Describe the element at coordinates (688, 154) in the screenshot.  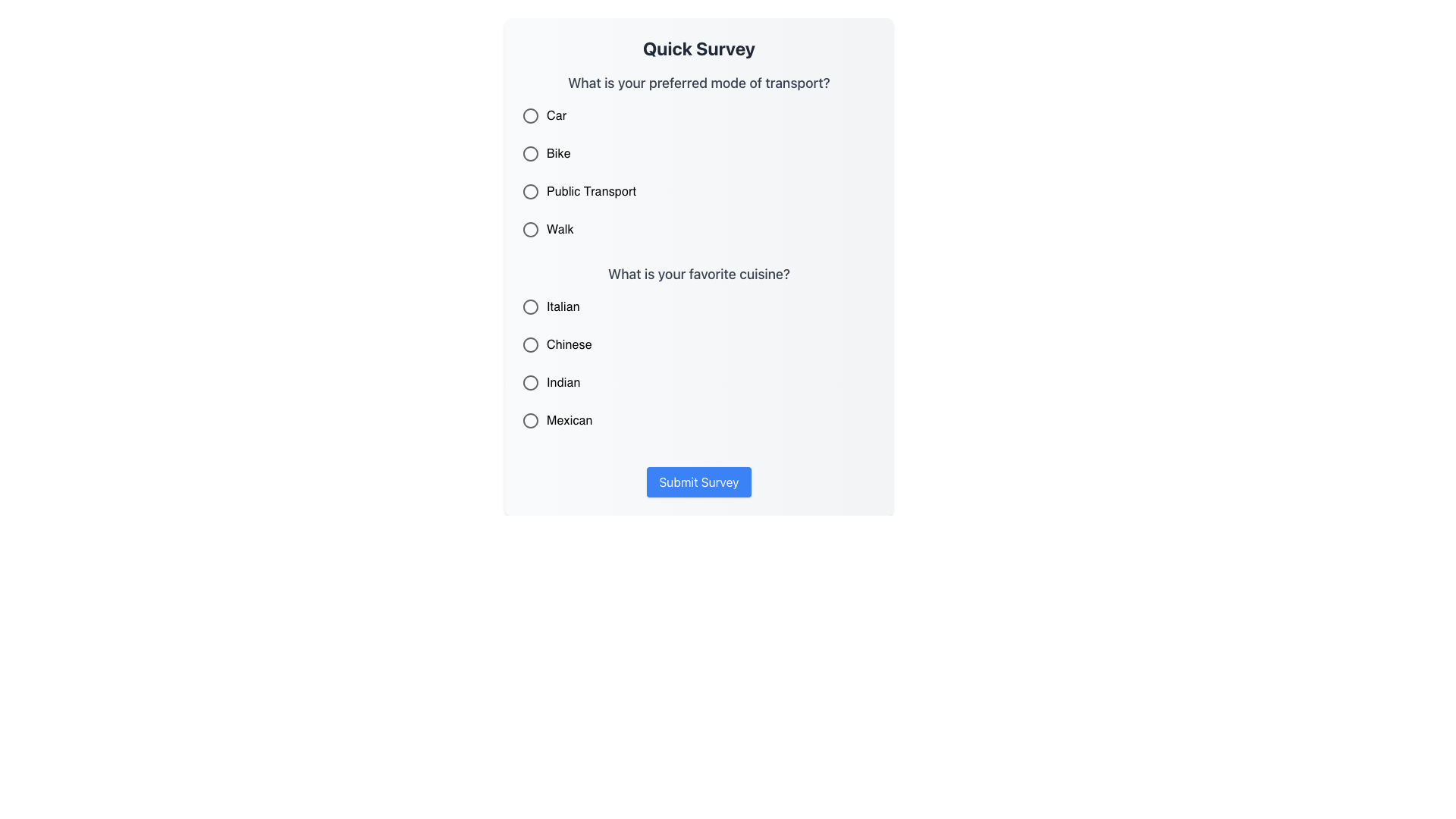
I see `the 'Bike' radio button in the transport preference survey` at that location.